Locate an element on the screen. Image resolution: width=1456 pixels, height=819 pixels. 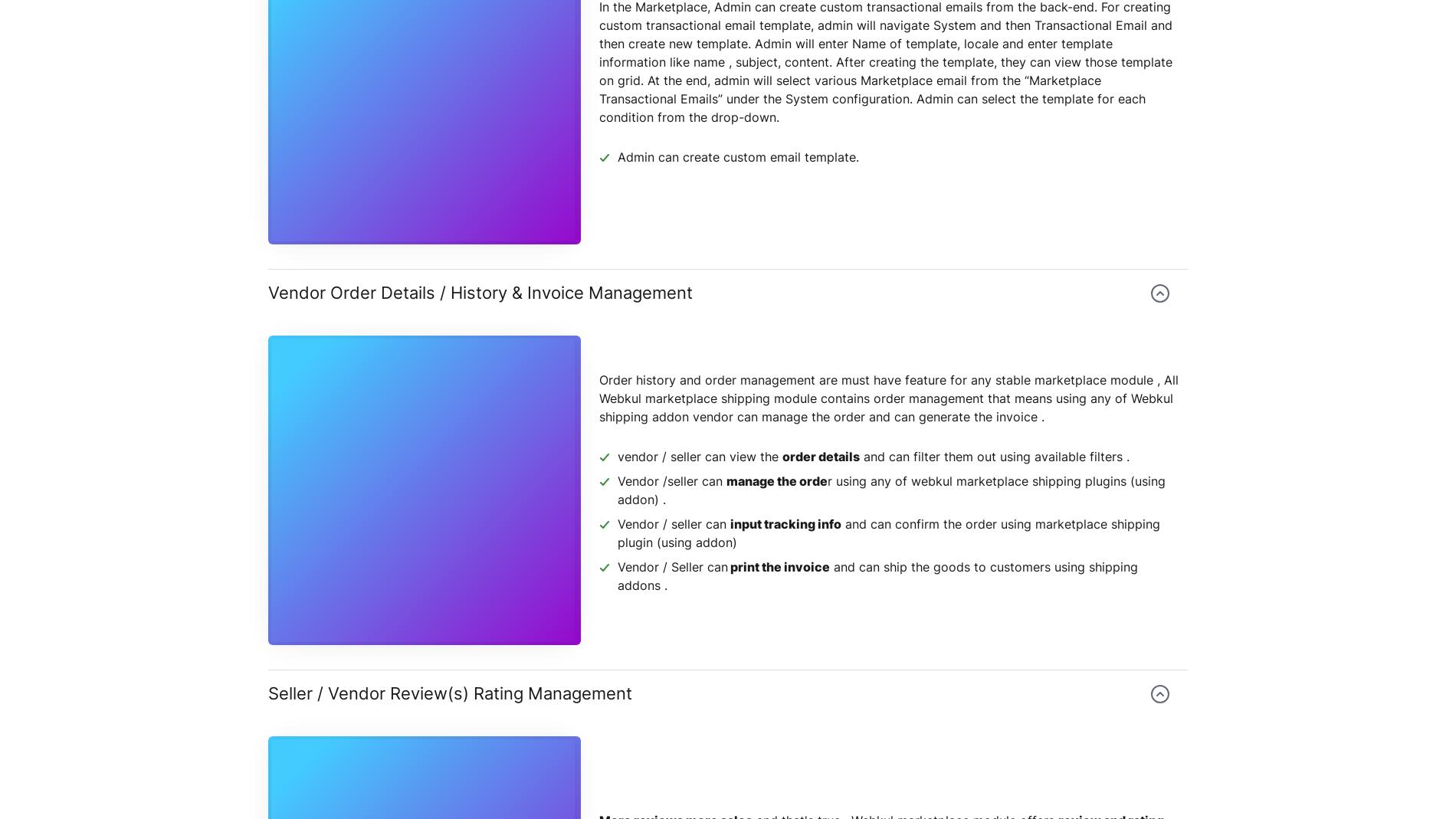
'Vendor Order Details / History & Invoice Management' is located at coordinates (480, 292).